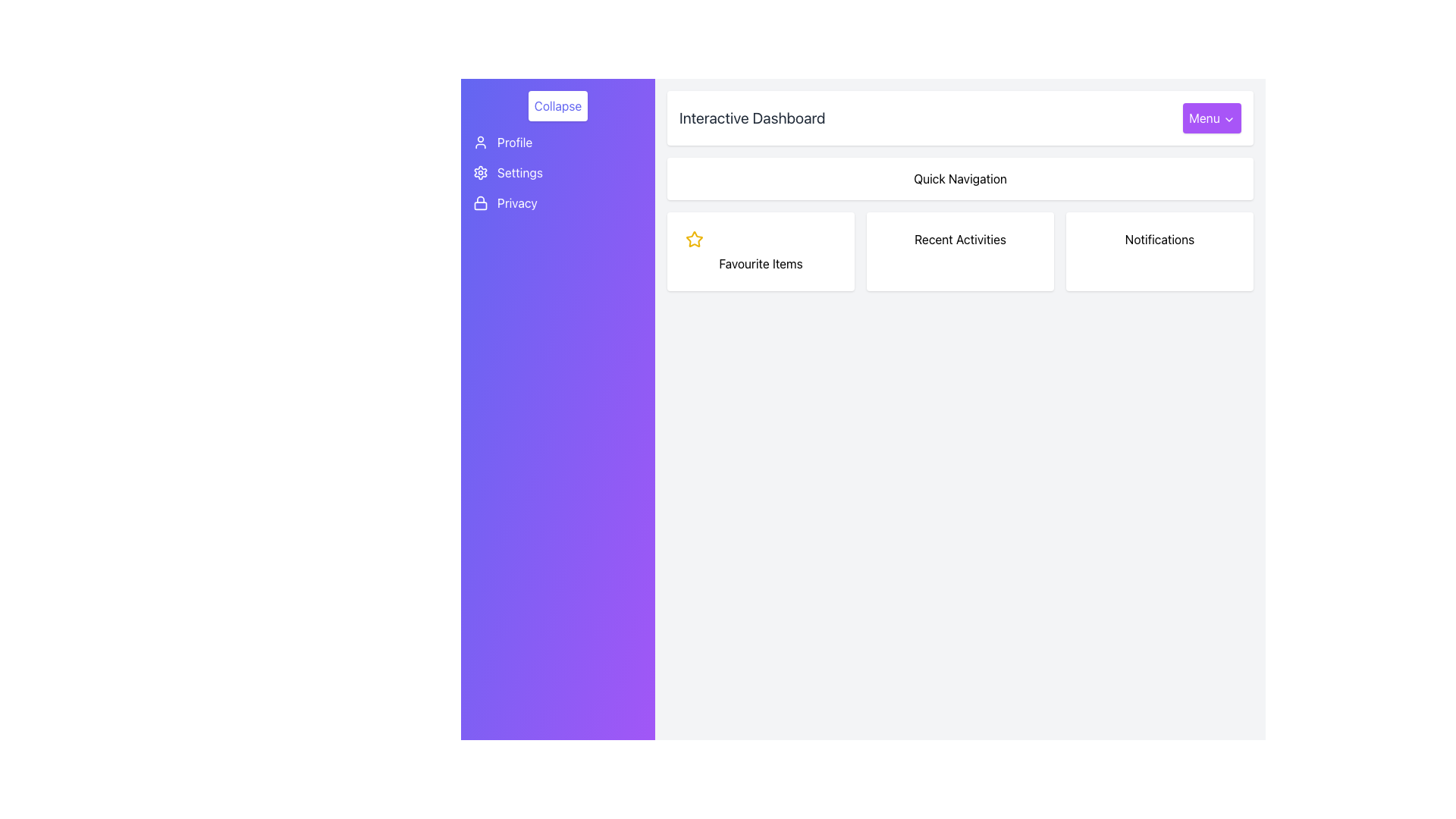 The image size is (1456, 819). Describe the element at coordinates (694, 239) in the screenshot. I see `the star icon in the 'Favourite Items' card located in the left column under 'Quick Navigation', which indicates an interactive feature for marking items as favorites` at that location.